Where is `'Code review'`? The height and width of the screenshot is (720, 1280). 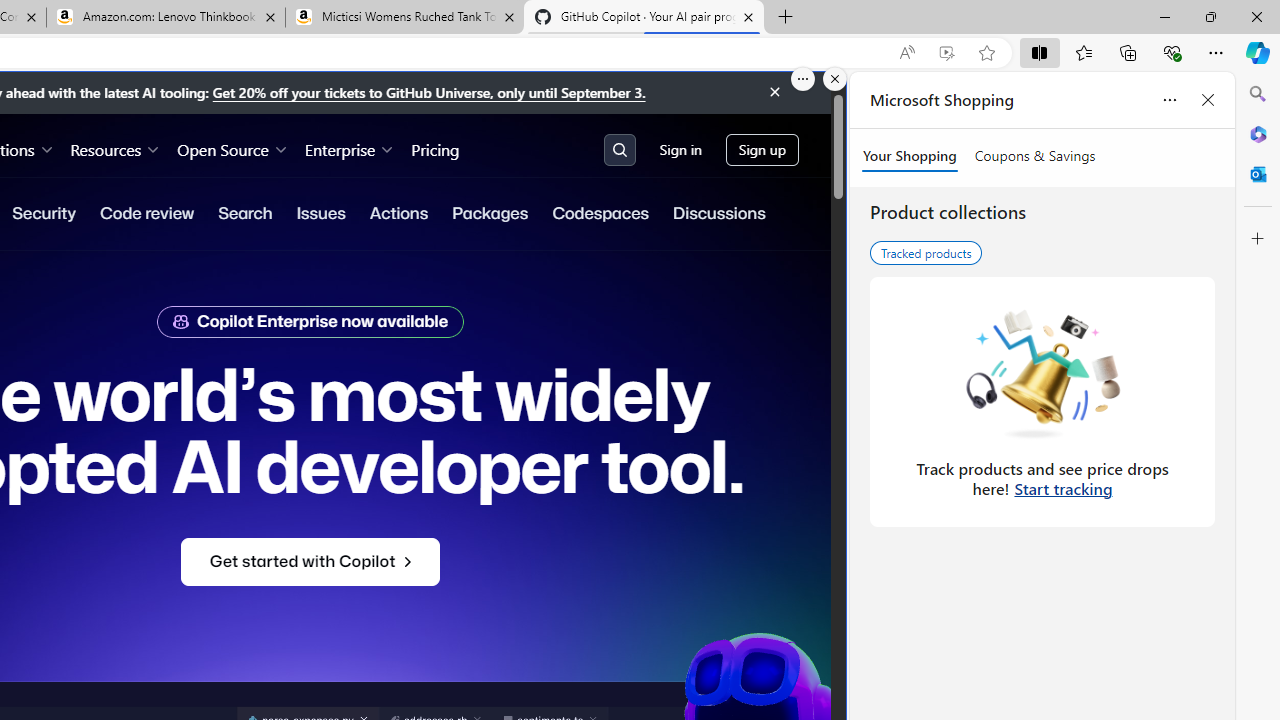
'Code review' is located at coordinates (146, 213).